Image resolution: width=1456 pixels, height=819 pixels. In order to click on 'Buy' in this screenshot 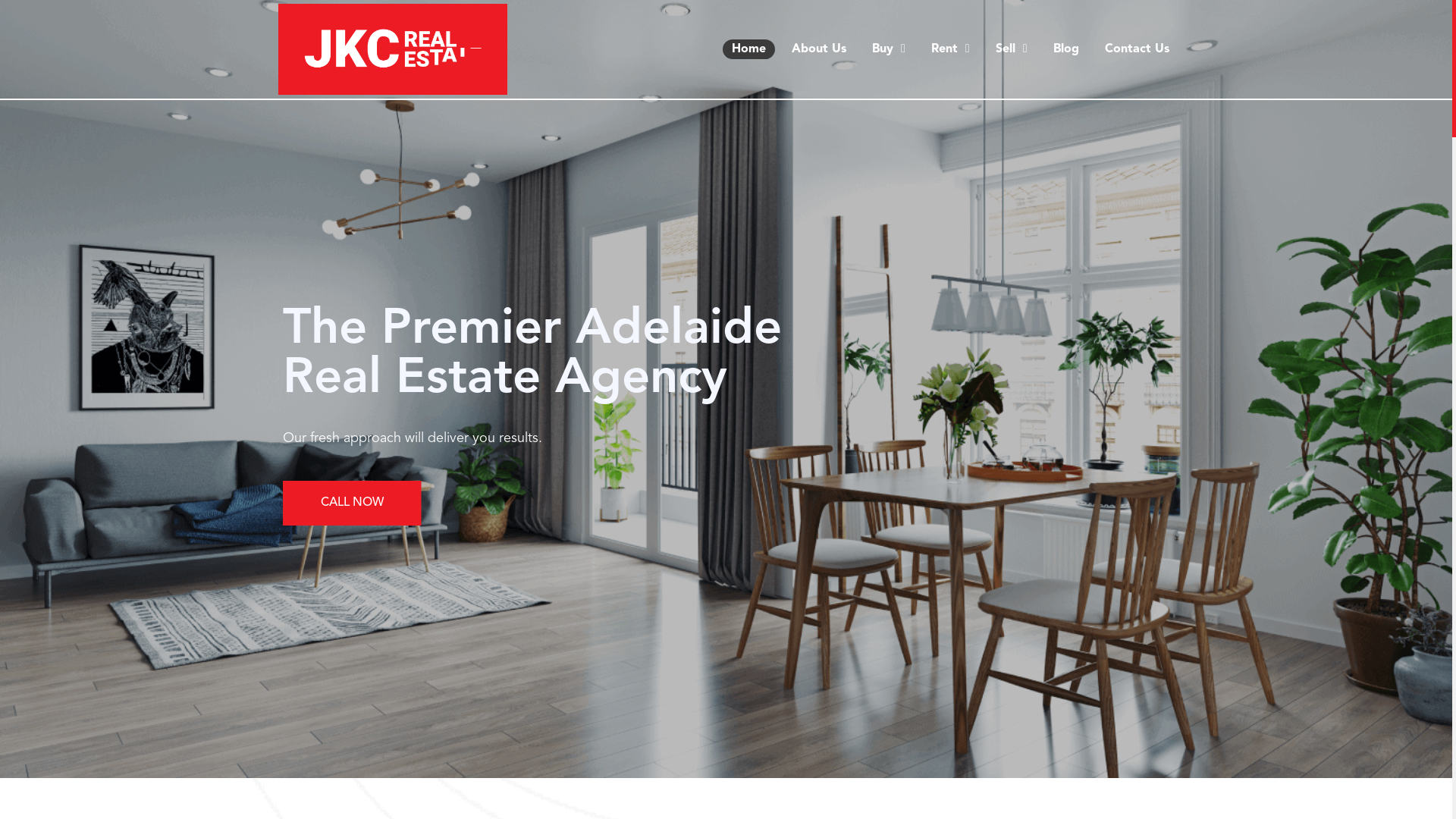, I will do `click(888, 49)`.